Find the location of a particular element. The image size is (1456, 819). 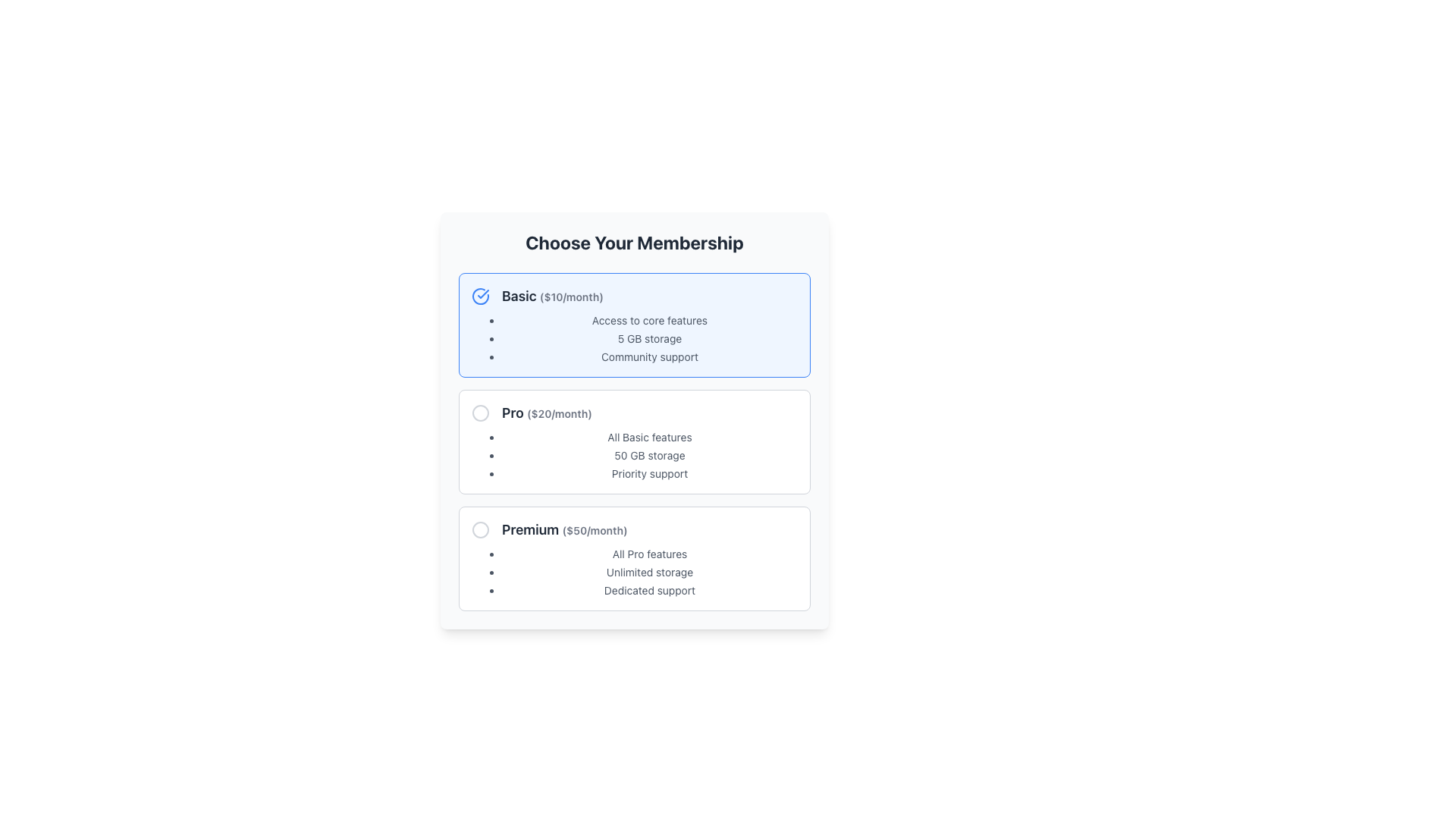

the text display showing '($50/month)' which is located within the Premium membership card is located at coordinates (594, 529).